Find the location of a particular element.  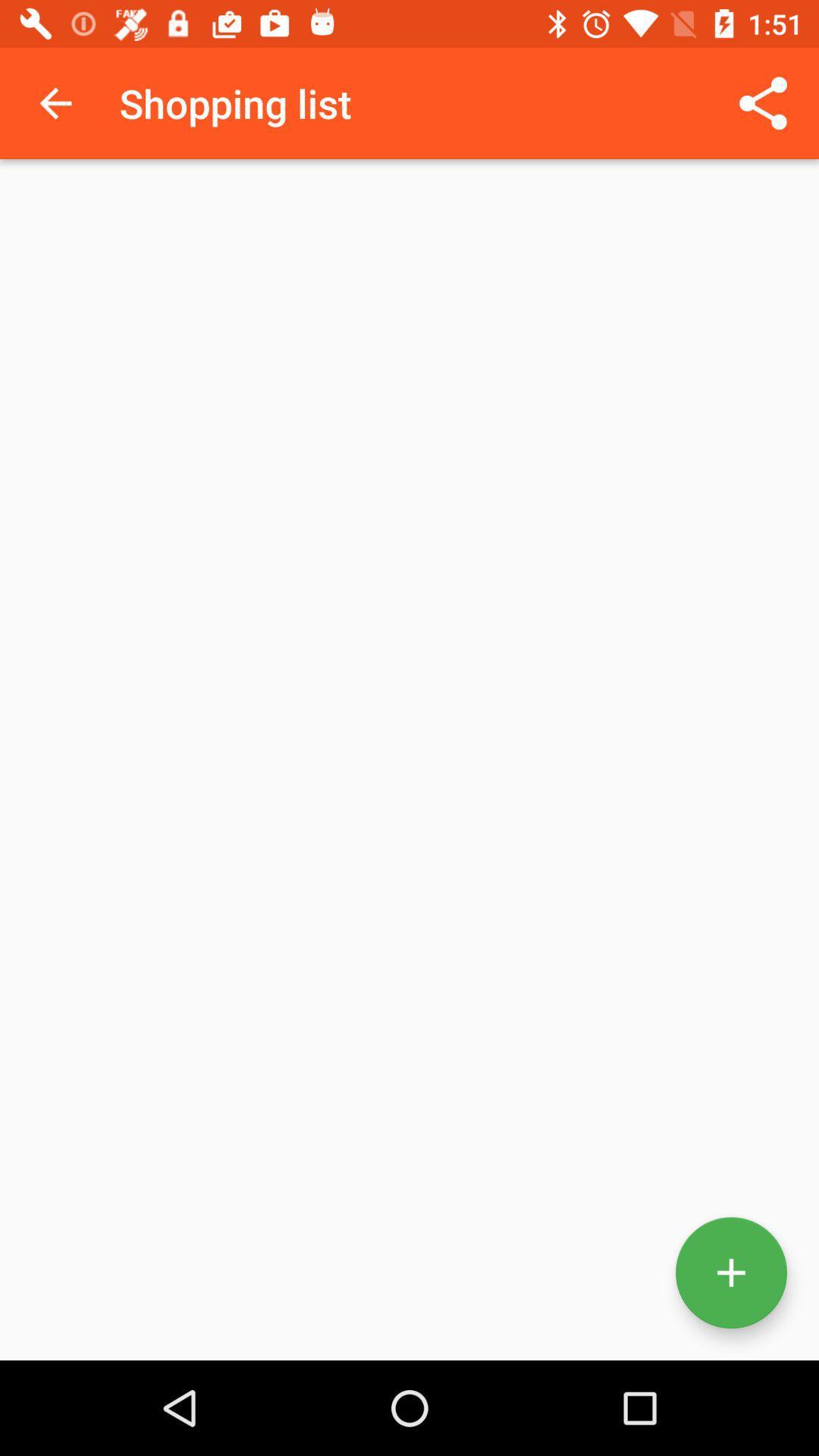

the app to the left of the shopping list is located at coordinates (55, 102).